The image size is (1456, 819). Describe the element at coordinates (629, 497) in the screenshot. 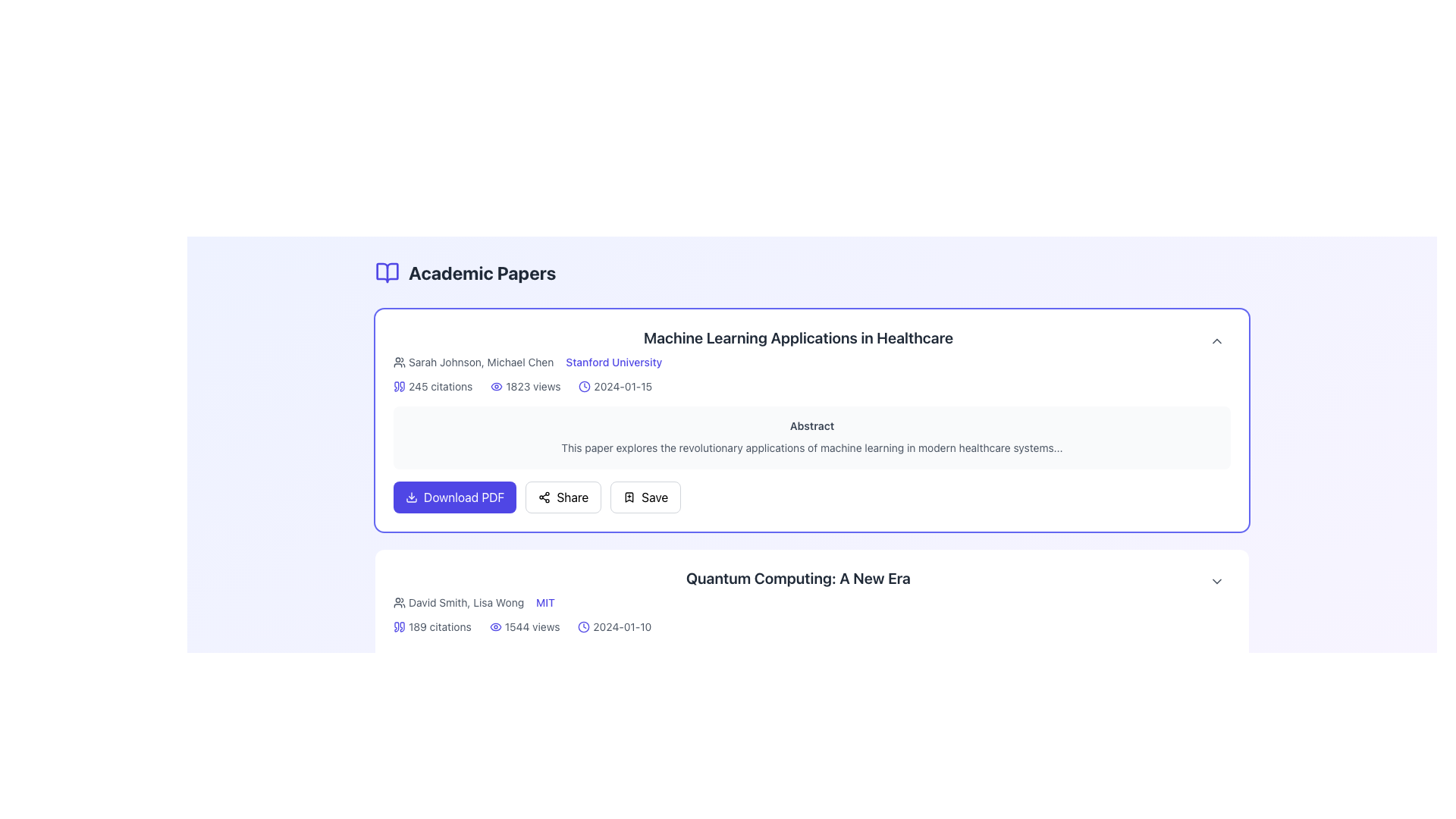

I see `the bookmark icon located to the left of the 'Save' label text within the 'Save' button` at that location.